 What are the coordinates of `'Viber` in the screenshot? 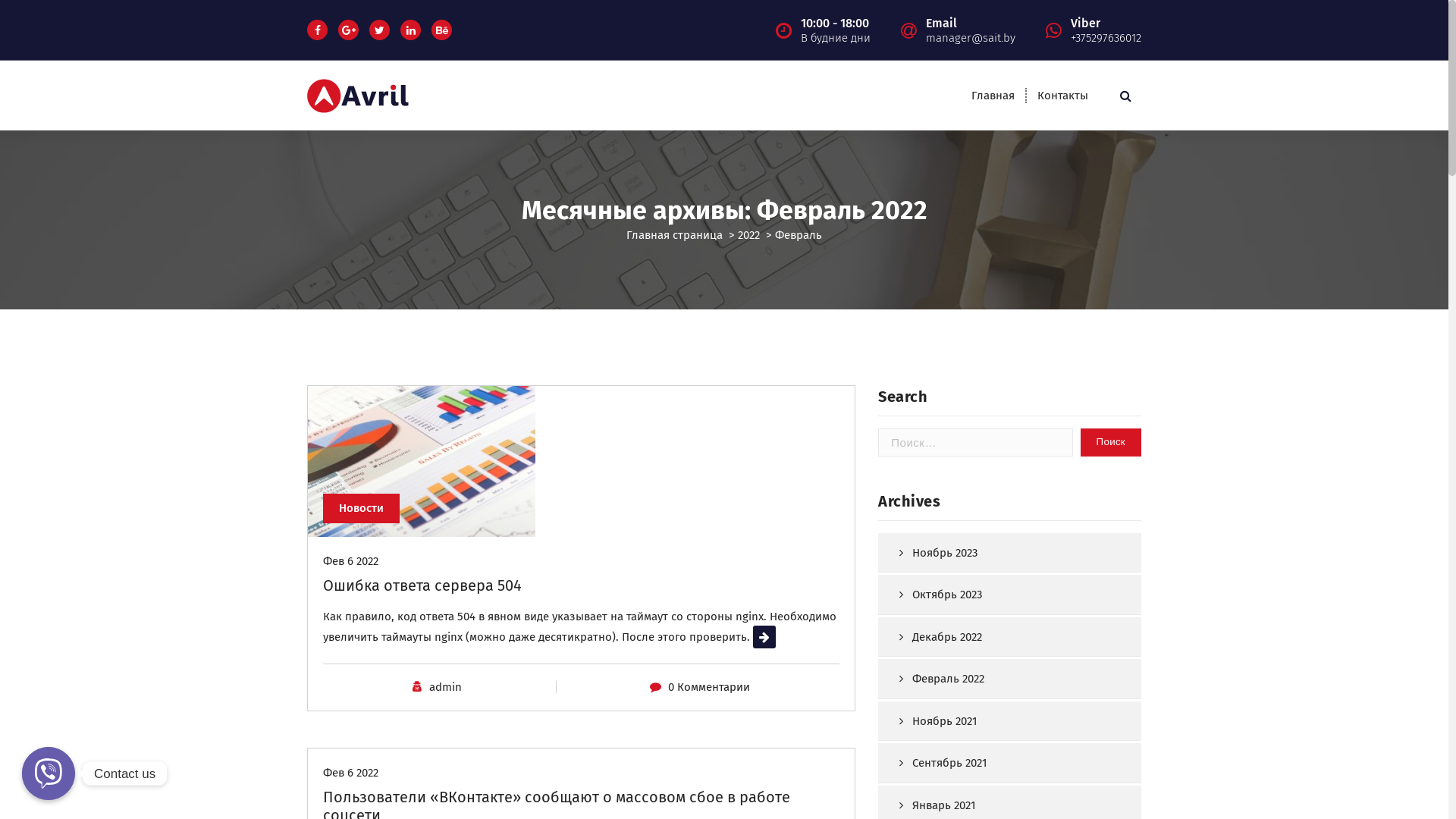 It's located at (1106, 29).